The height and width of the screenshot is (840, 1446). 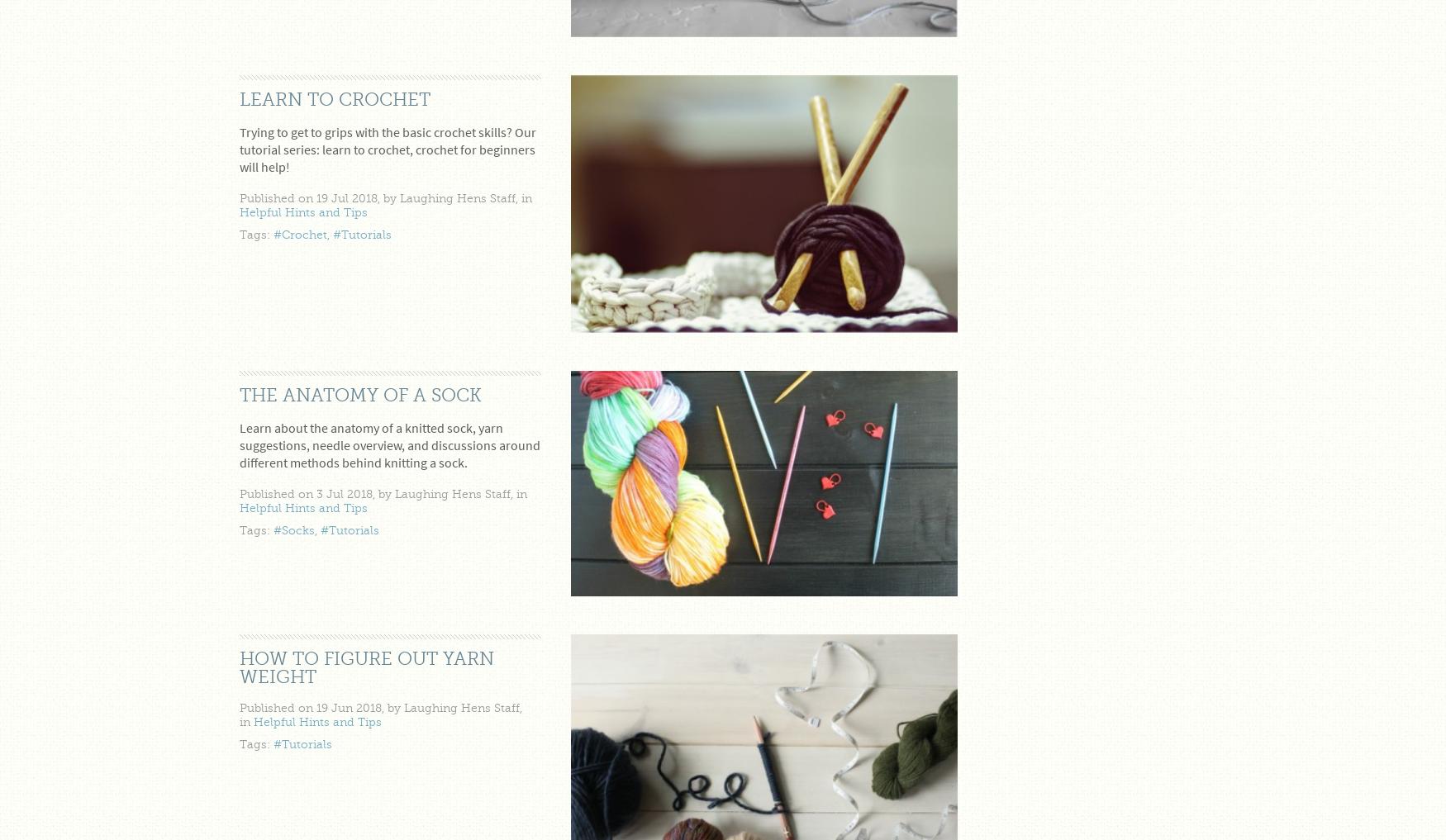 I want to click on 'Published on 3 Jul 2018, by Laughing Hens Staff, in', so click(x=383, y=493).